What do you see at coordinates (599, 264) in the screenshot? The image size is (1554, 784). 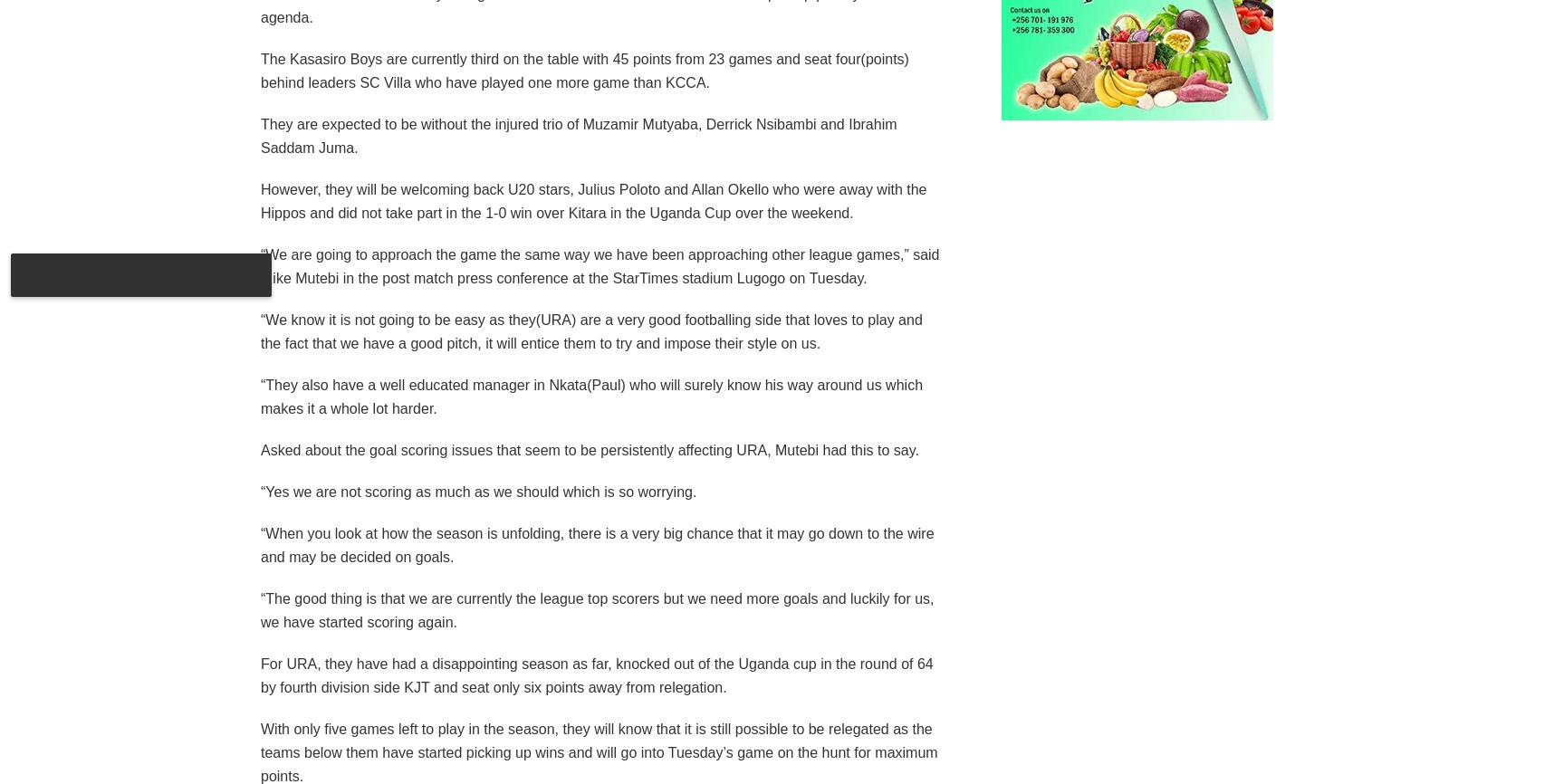 I see `'“We are going to approach the game the same way we have been approaching other league games,” said Mike Mutebi in the post match press conference at the StarTimes stadium Lugogo on Tuesday.'` at bounding box center [599, 264].